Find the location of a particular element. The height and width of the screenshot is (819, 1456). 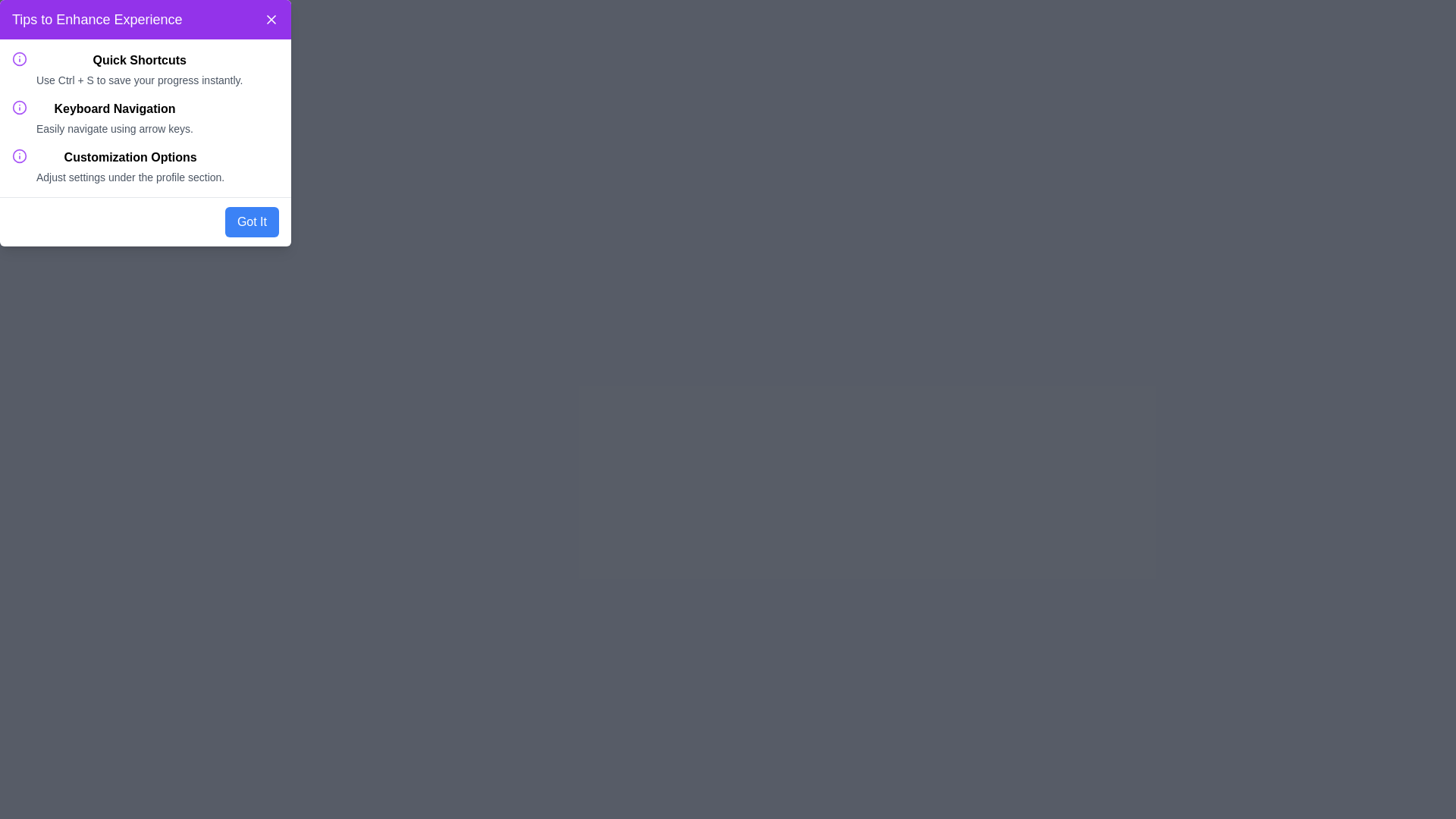

textual information block that presents tips for improving user experience, specifically about saving progress quickly using a shortcut key, located in the dialog box titled 'Tips to Enhance Experience' is located at coordinates (146, 70).